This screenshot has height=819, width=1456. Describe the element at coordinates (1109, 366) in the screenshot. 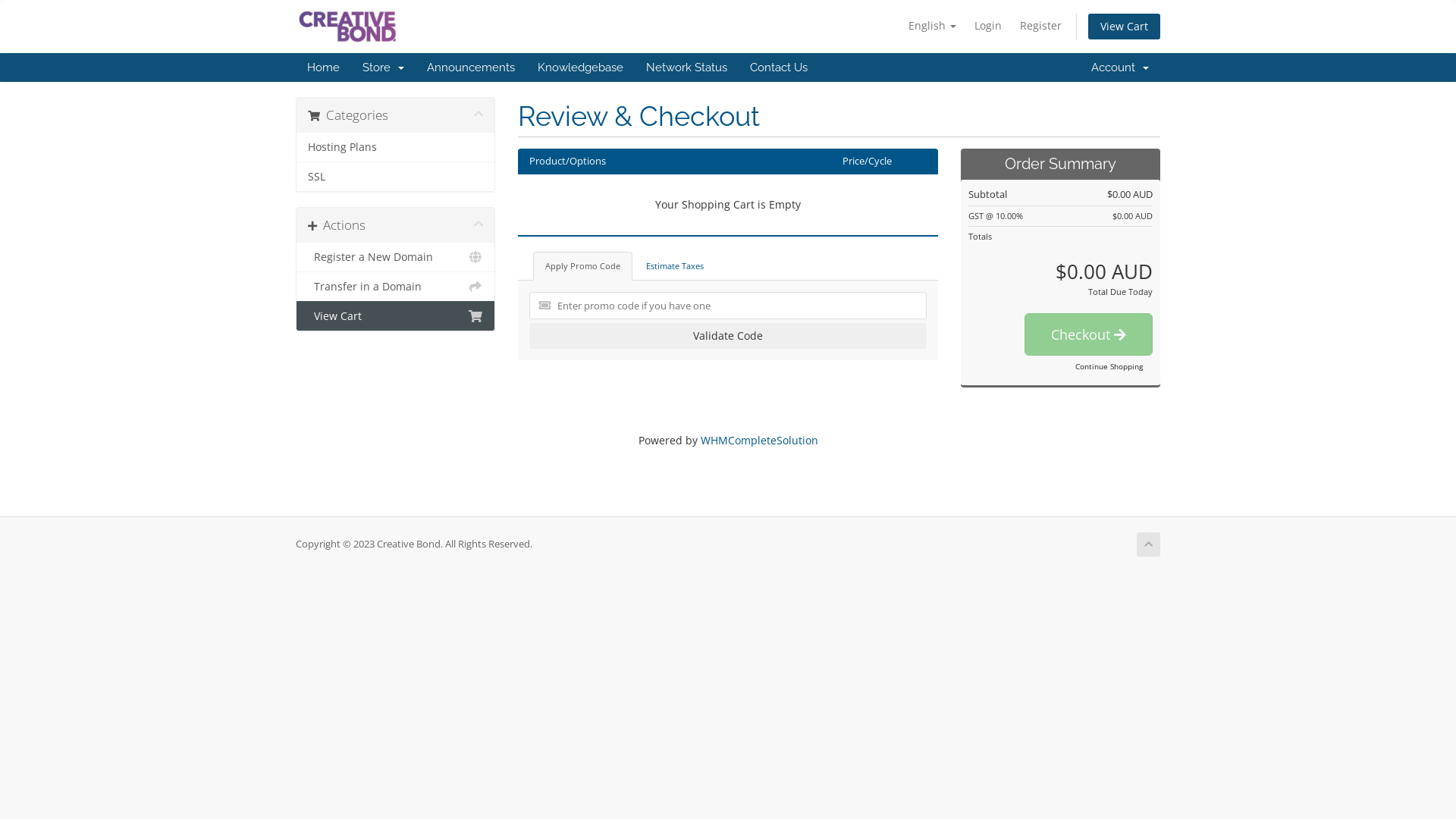

I see `'Continue Shopping'` at that location.